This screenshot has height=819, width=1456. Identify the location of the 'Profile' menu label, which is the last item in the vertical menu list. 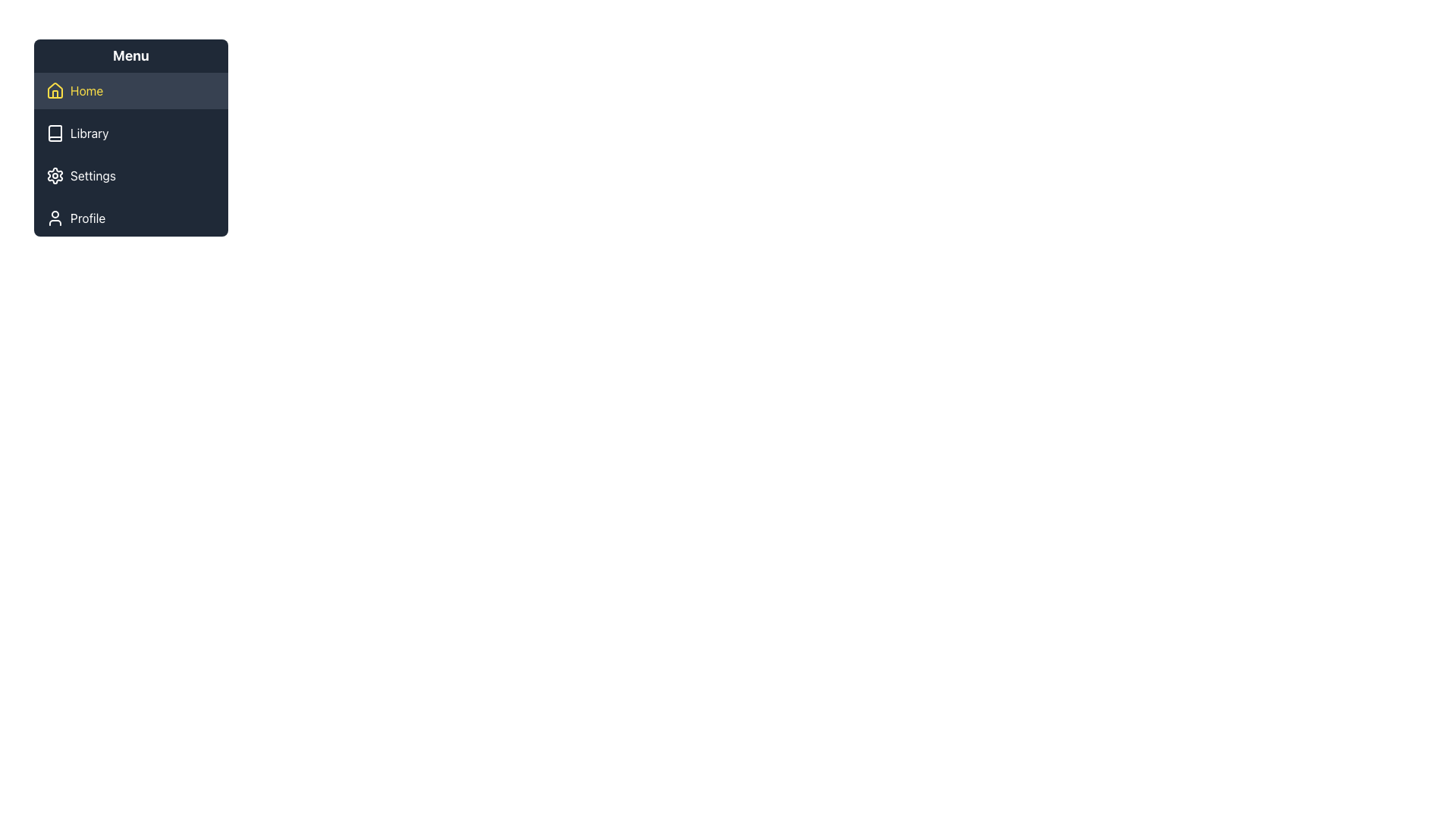
(87, 218).